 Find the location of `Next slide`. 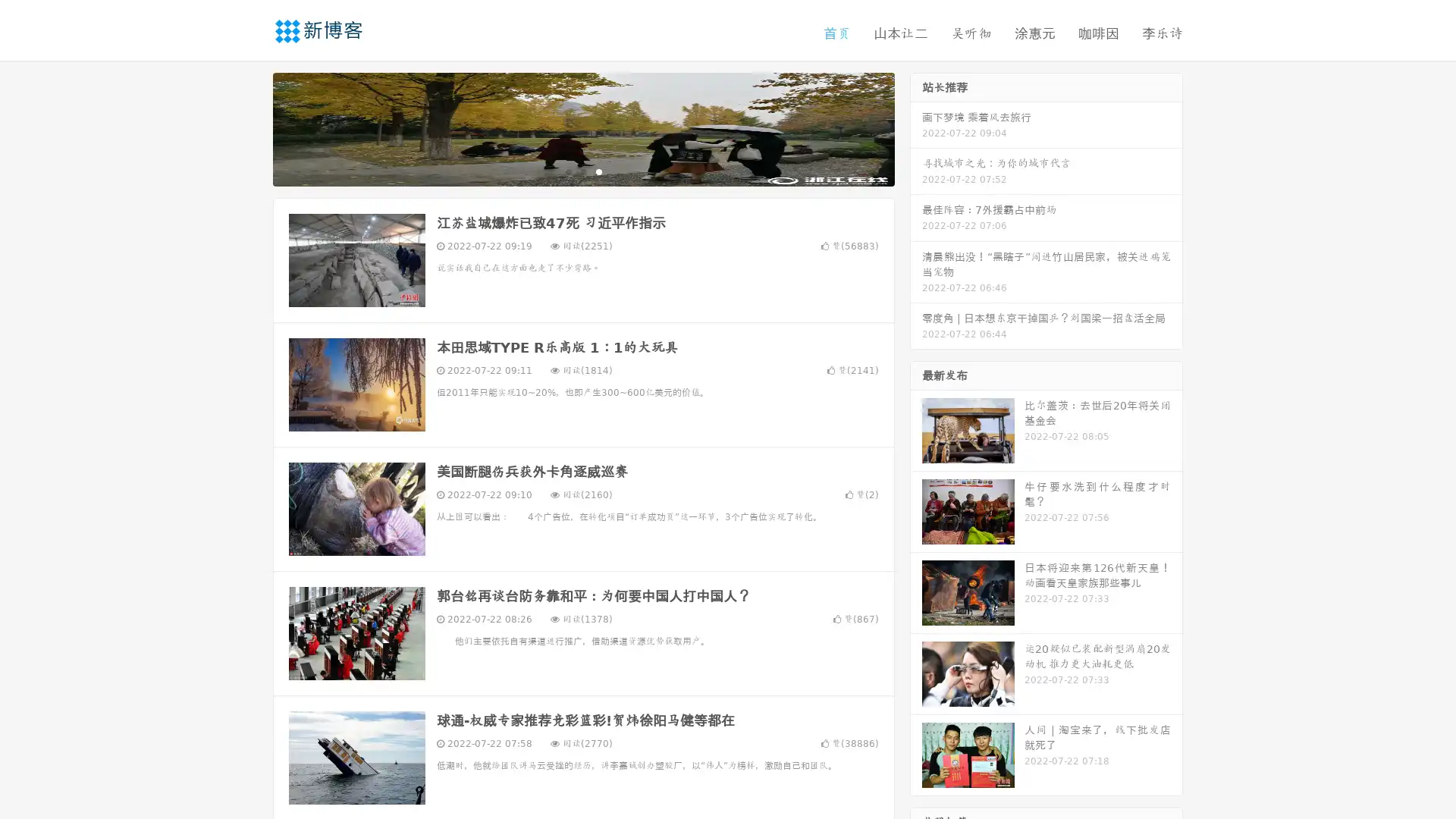

Next slide is located at coordinates (916, 127).